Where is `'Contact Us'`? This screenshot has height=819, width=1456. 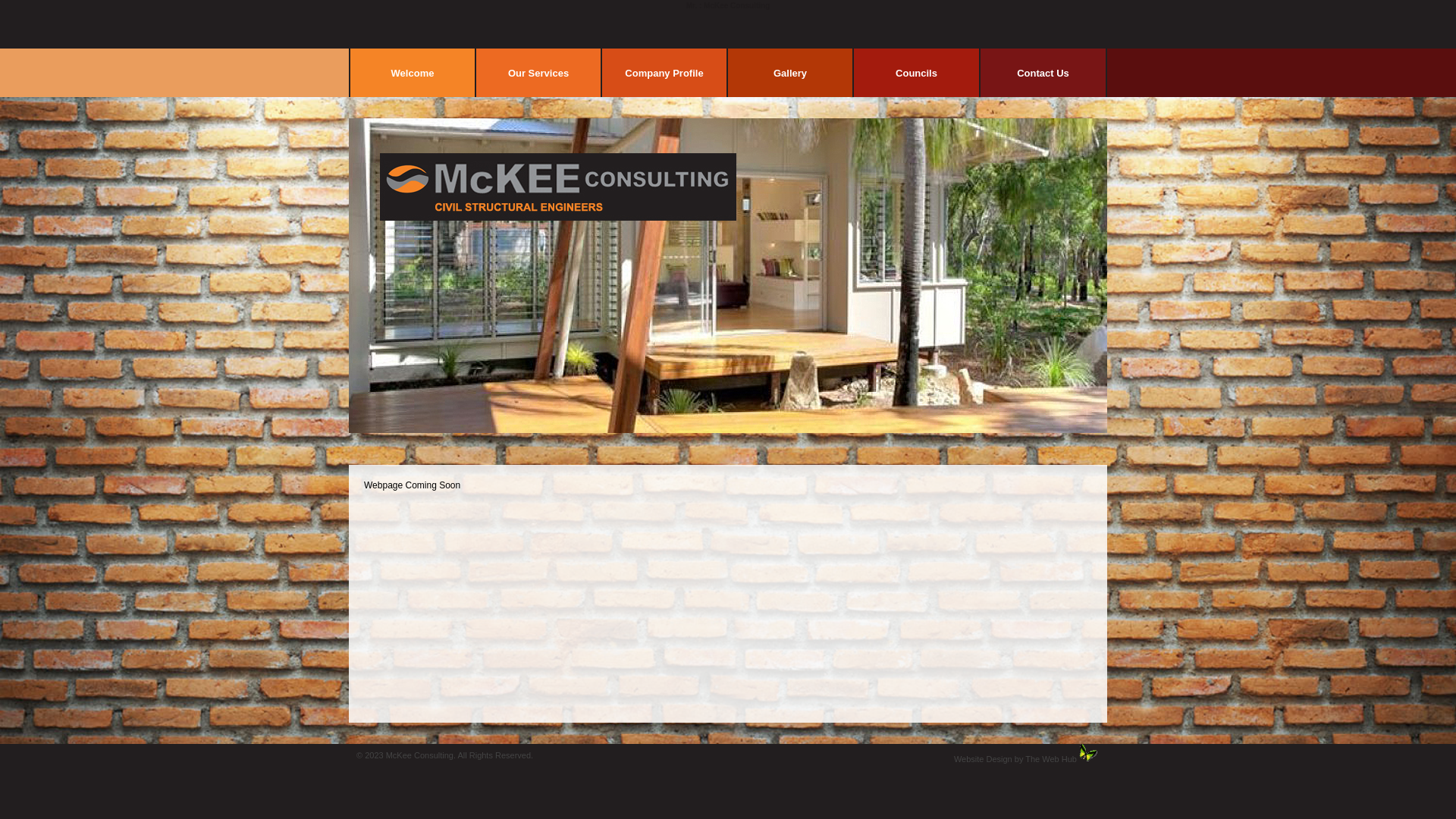 'Contact Us' is located at coordinates (1042, 73).